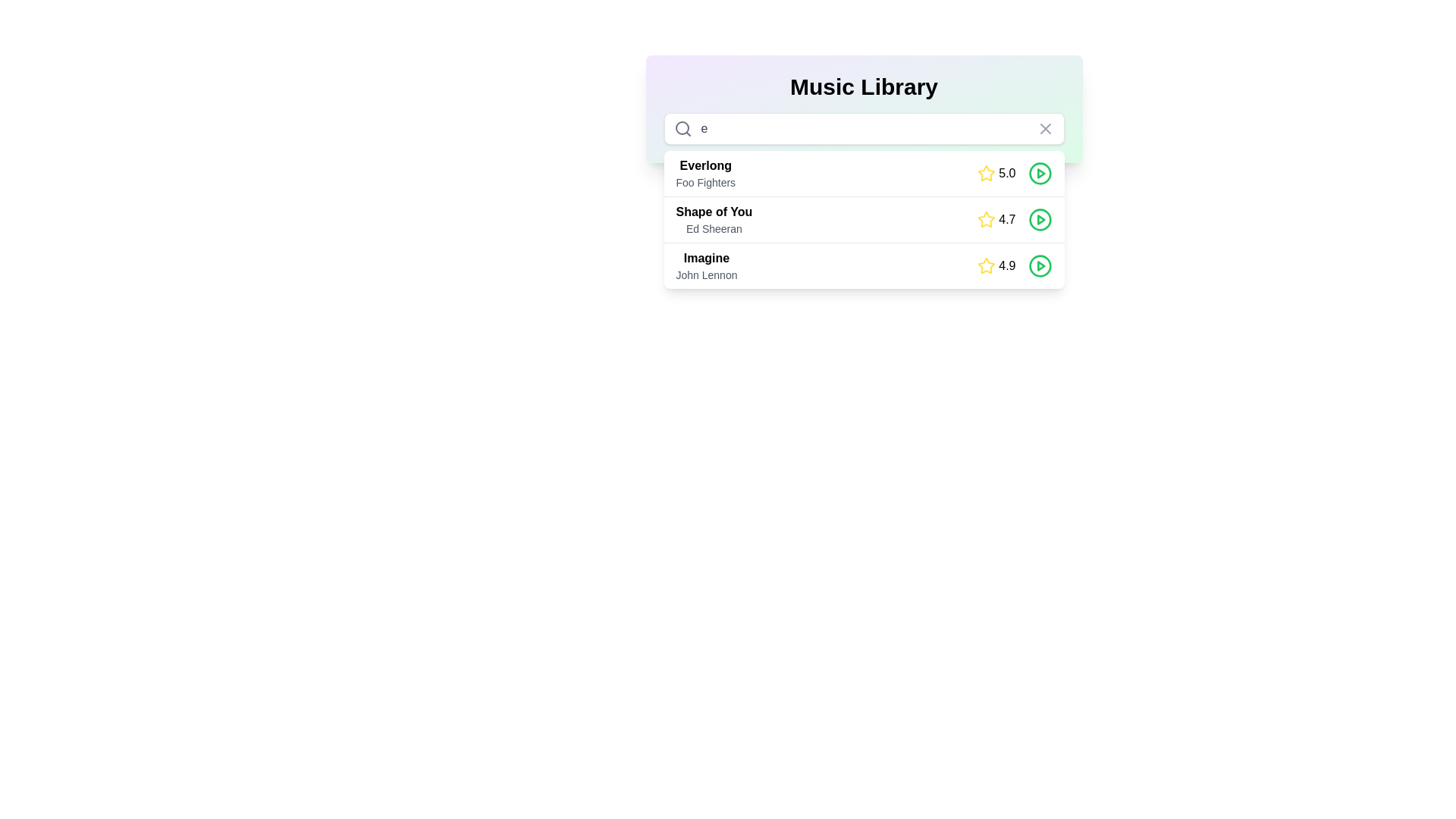 The width and height of the screenshot is (1456, 819). Describe the element at coordinates (1044, 127) in the screenshot. I see `the 'X' mark in the top-right corner of the search input field in the 'Music Library' section to clear the search input` at that location.